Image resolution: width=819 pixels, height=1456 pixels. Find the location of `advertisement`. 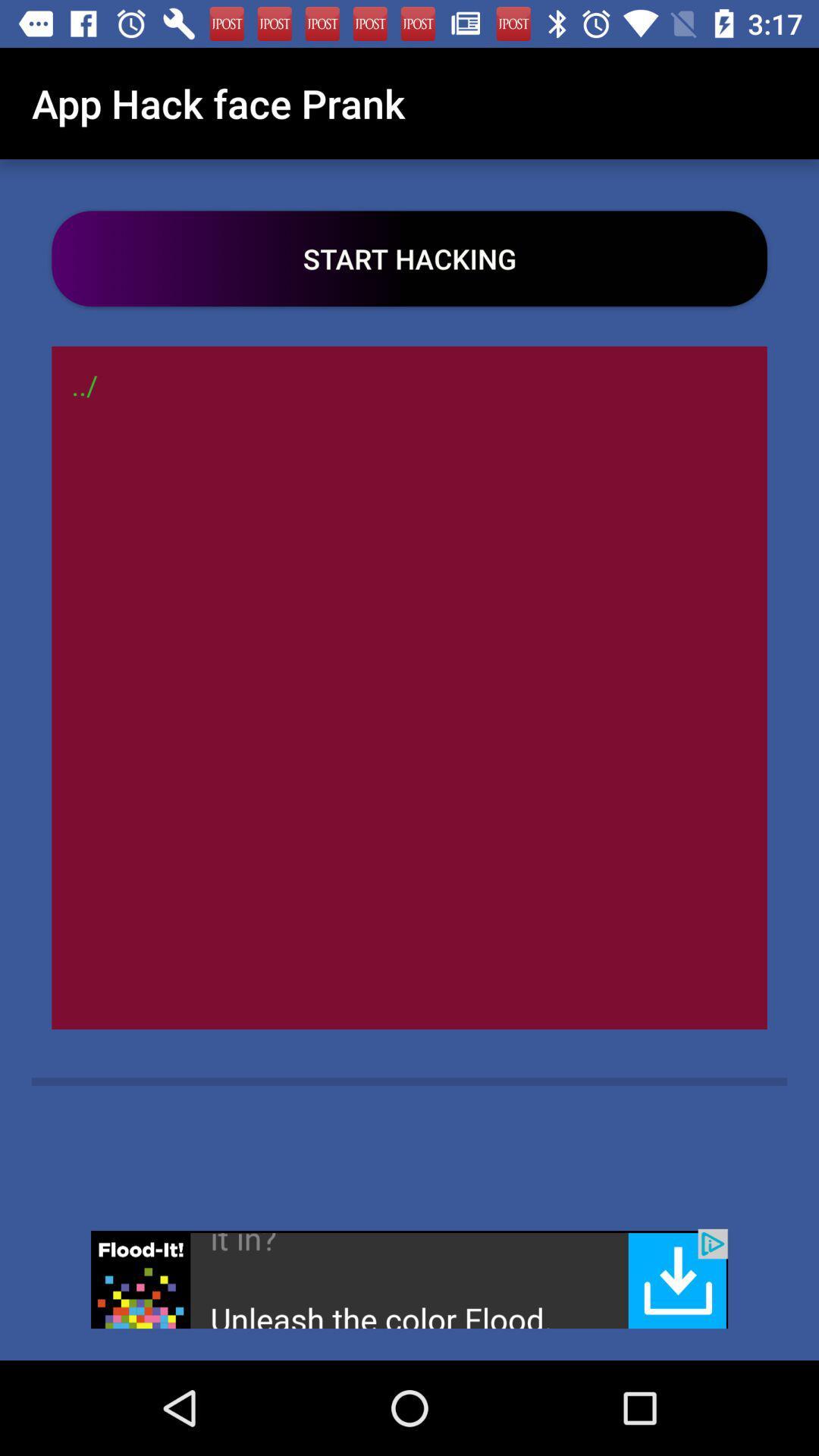

advertisement is located at coordinates (409, 1278).